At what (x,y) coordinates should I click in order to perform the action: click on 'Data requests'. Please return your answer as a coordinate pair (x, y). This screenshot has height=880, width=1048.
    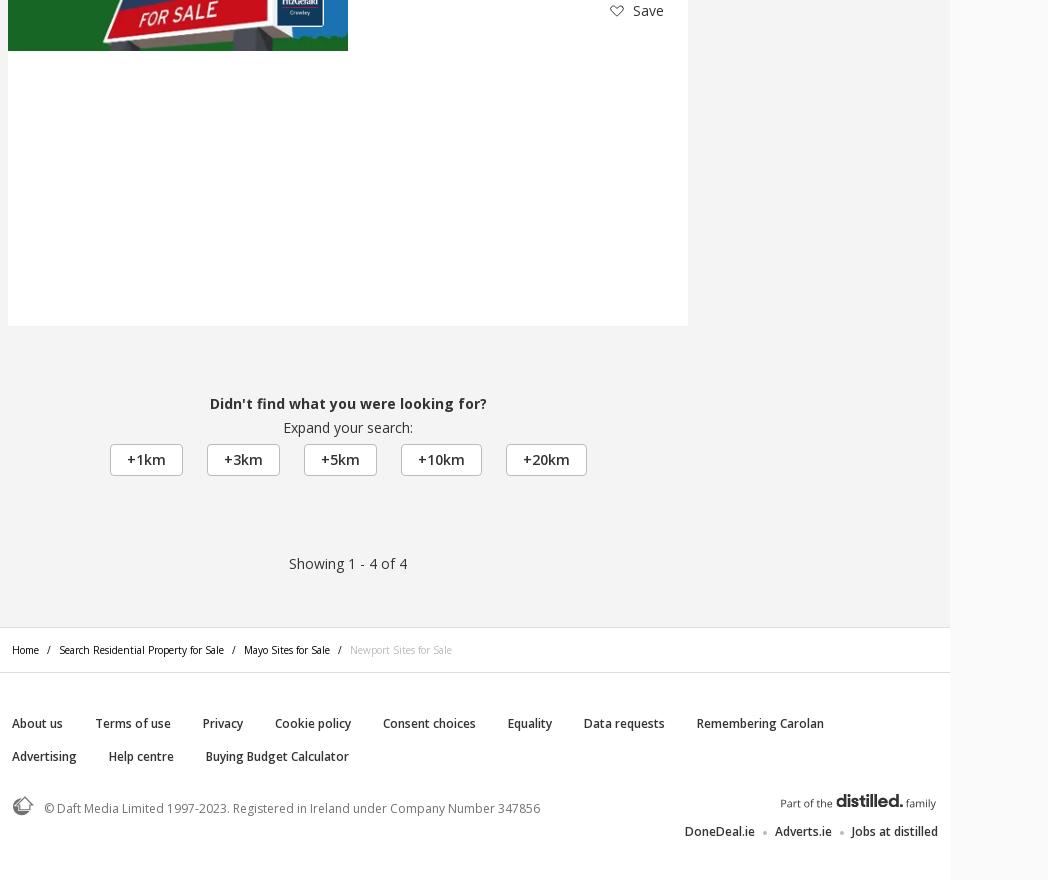
    Looking at the image, I should click on (584, 723).